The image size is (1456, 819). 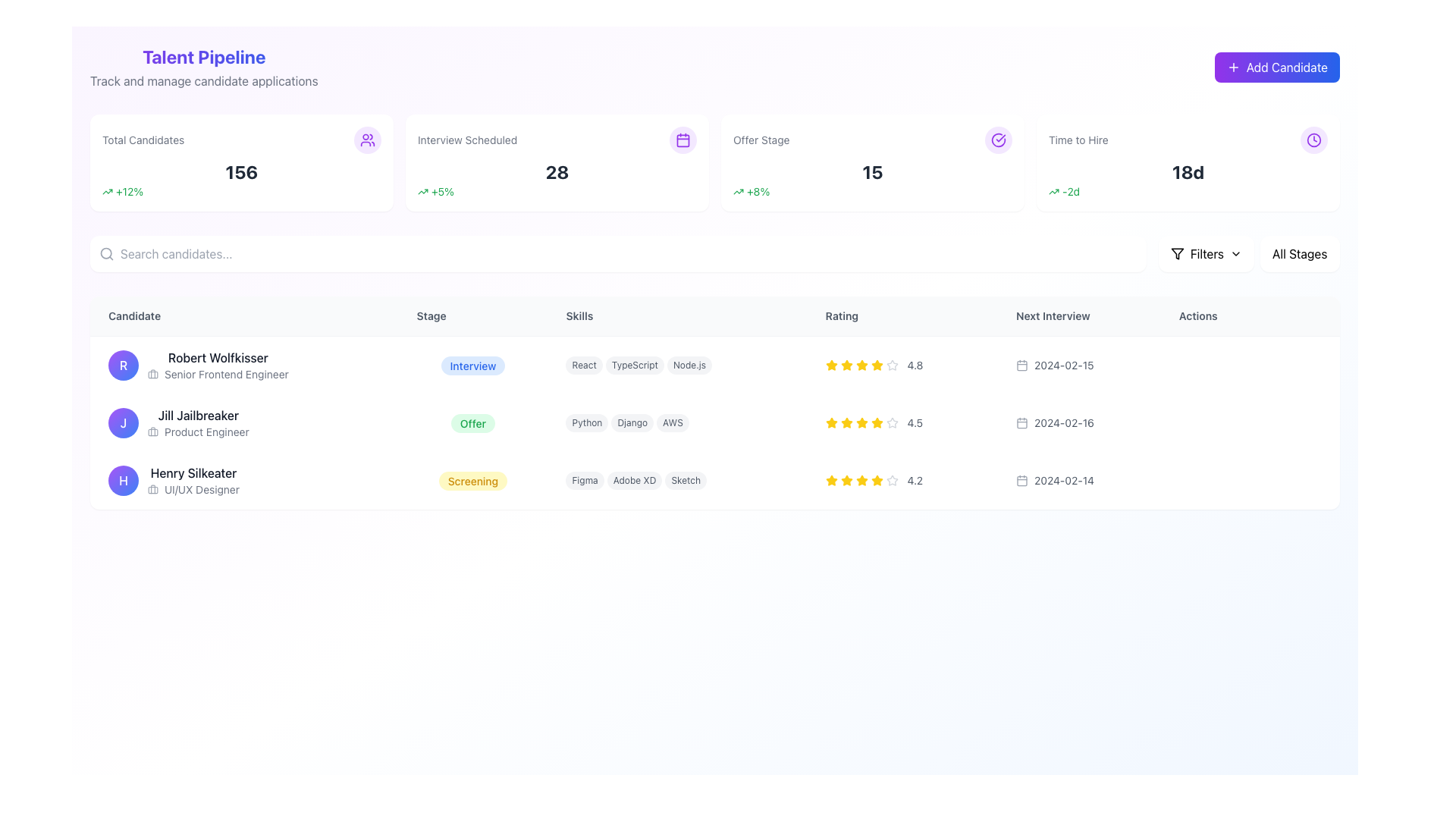 I want to click on bold text label '18d' located in the top-right section of the interface under the 'Time to Hire' title, so click(x=1187, y=171).